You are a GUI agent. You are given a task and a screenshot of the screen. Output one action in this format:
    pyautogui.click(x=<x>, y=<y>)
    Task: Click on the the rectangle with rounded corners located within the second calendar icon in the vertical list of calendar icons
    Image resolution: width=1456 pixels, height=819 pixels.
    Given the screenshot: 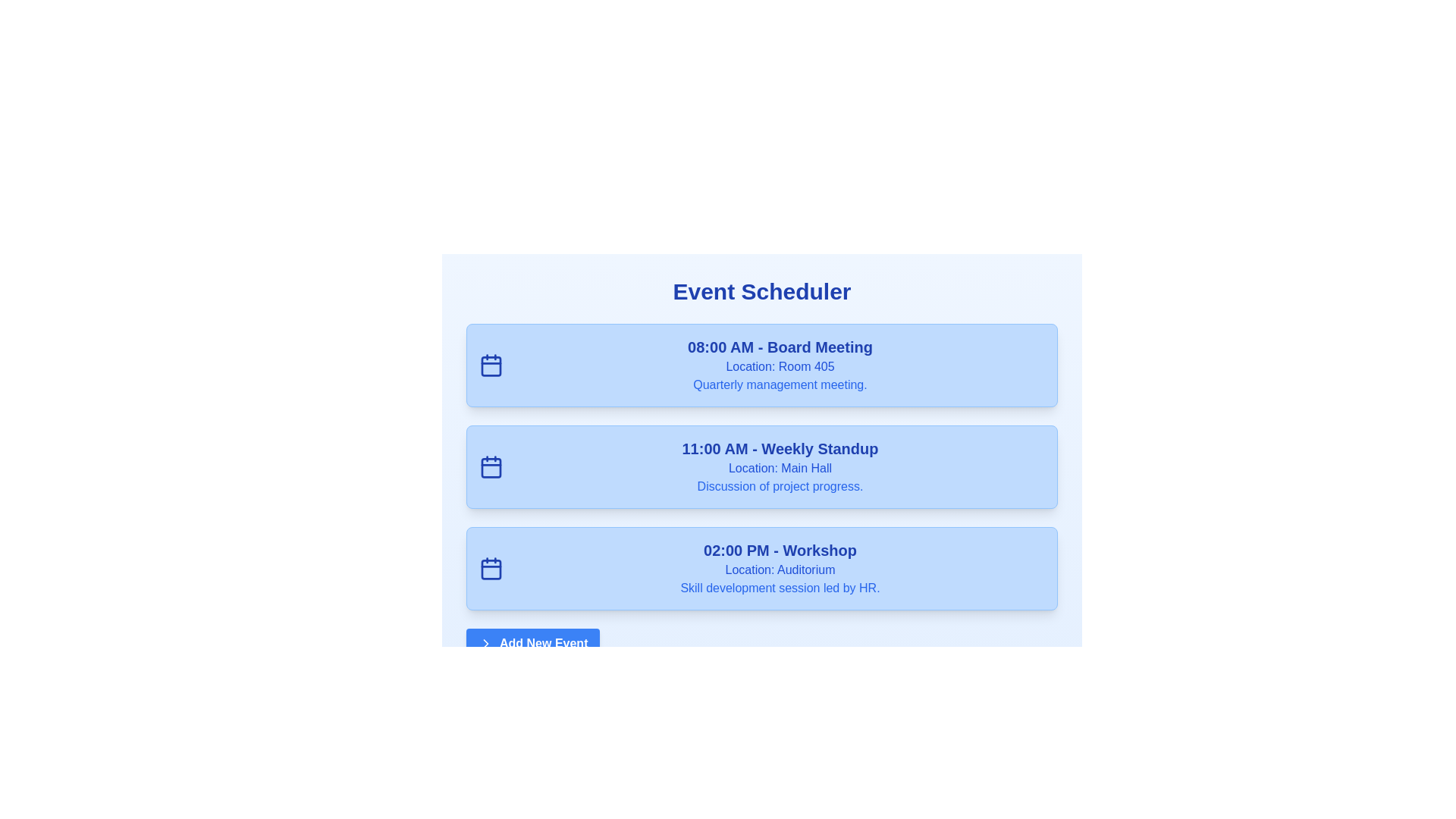 What is the action you would take?
    pyautogui.click(x=491, y=467)
    